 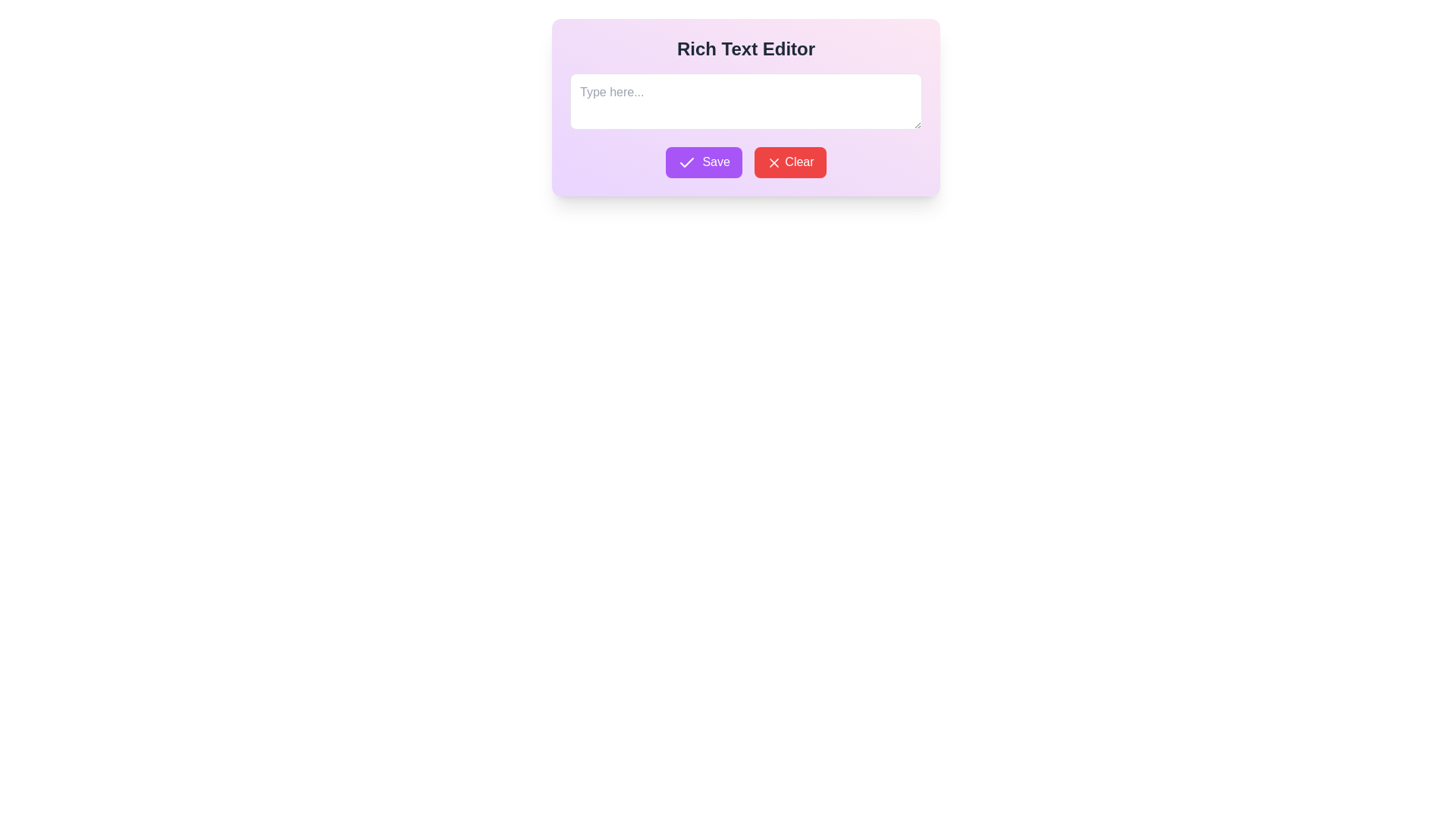 I want to click on the confirmation icon located to the left of the 'Save' button, which indicates a positive action, so click(x=686, y=162).